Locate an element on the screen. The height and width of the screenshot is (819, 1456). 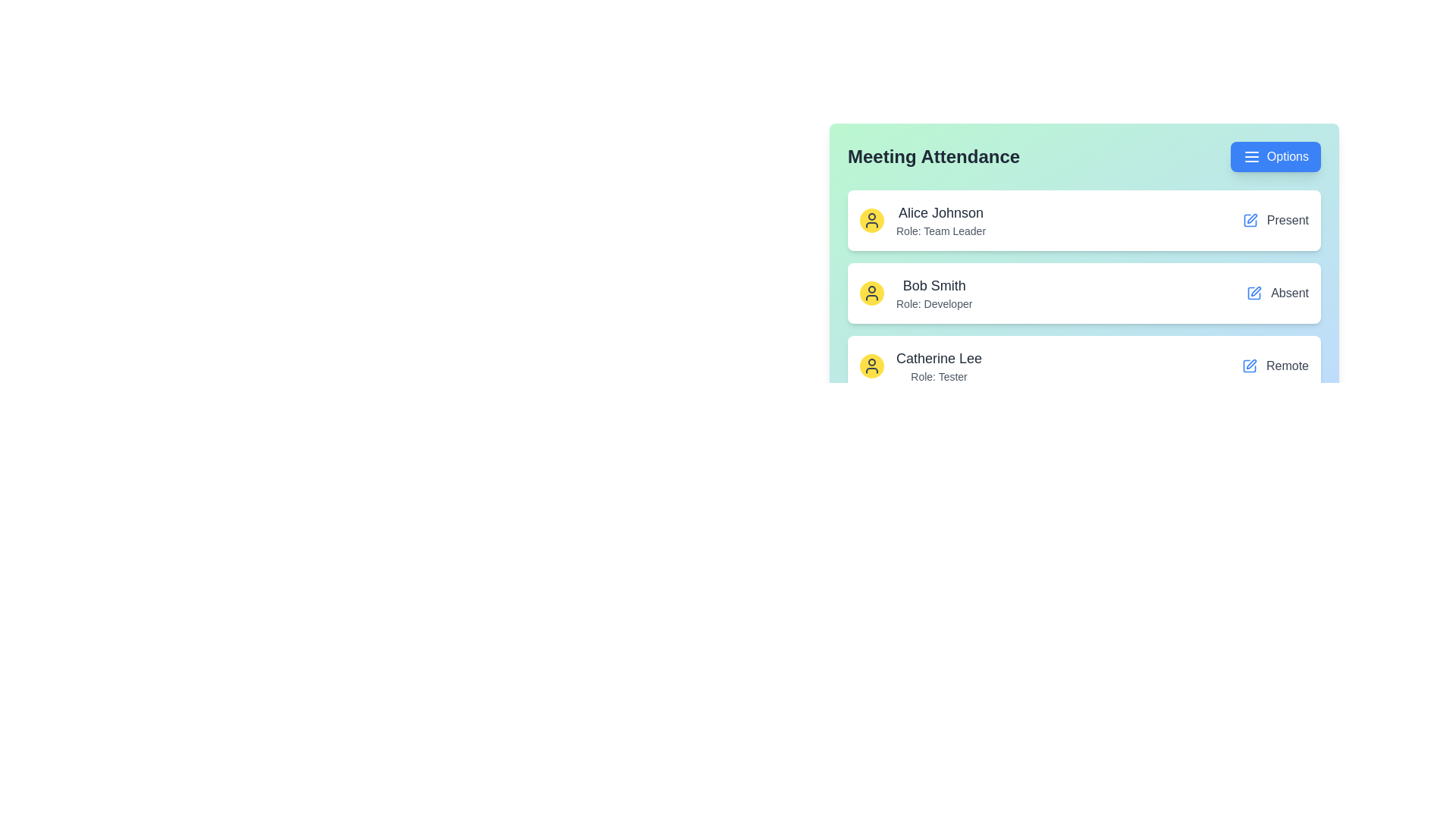
the third list item representing a user profile is located at coordinates (1084, 366).